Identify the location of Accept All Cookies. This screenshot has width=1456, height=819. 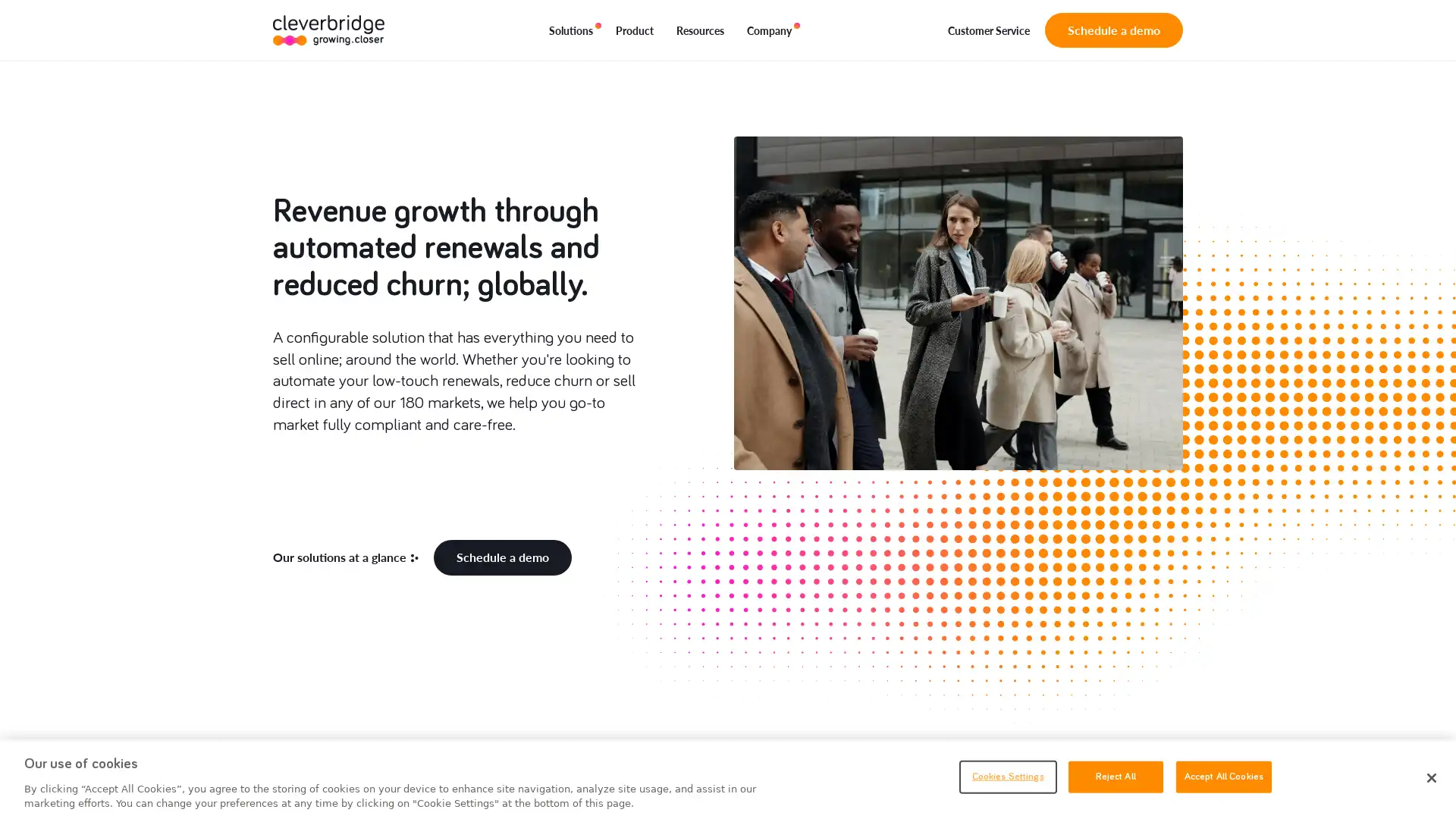
(1223, 776).